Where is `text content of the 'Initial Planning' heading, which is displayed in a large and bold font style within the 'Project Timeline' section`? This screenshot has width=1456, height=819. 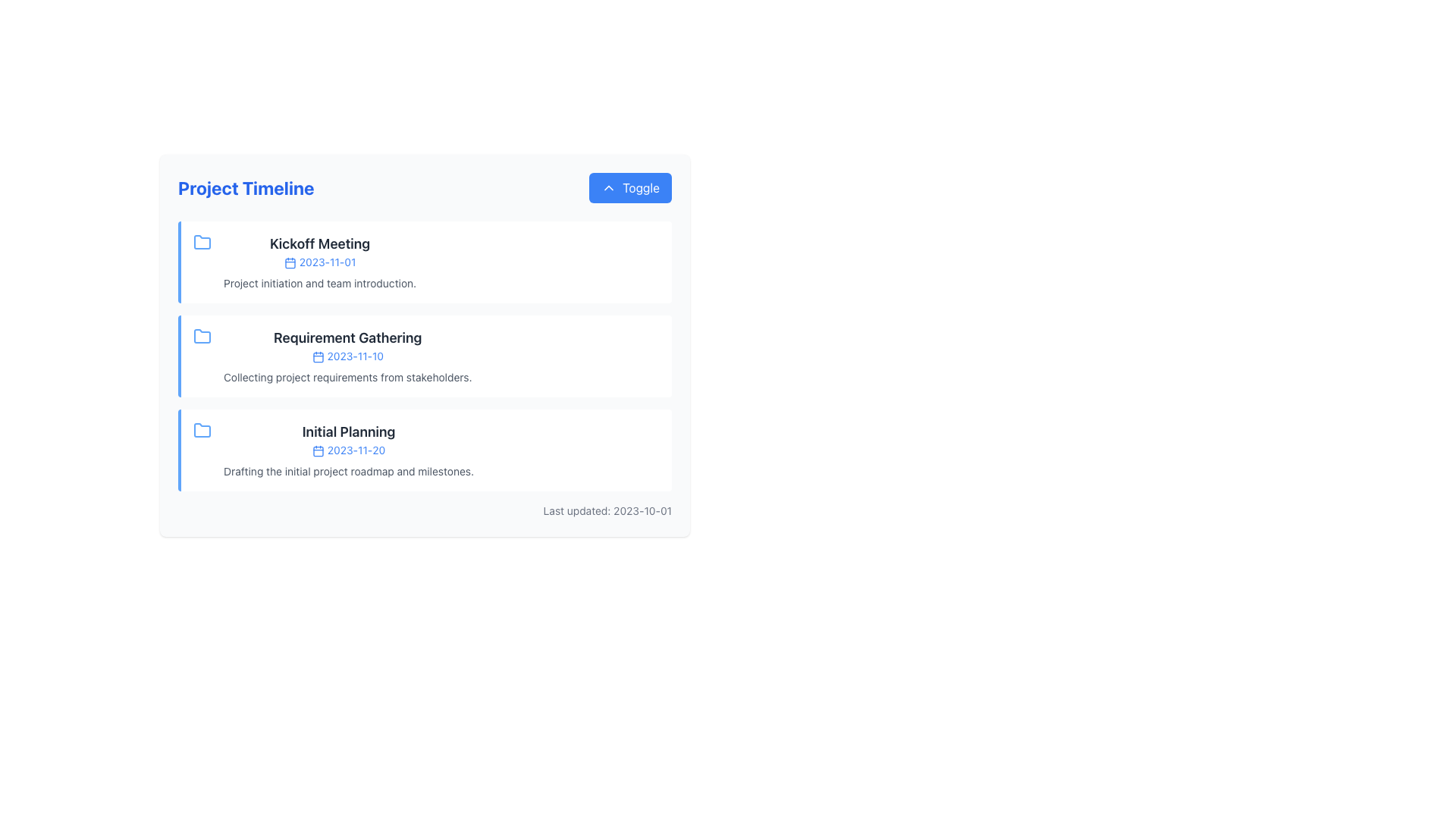 text content of the 'Initial Planning' heading, which is displayed in a large and bold font style within the 'Project Timeline' section is located at coordinates (348, 432).